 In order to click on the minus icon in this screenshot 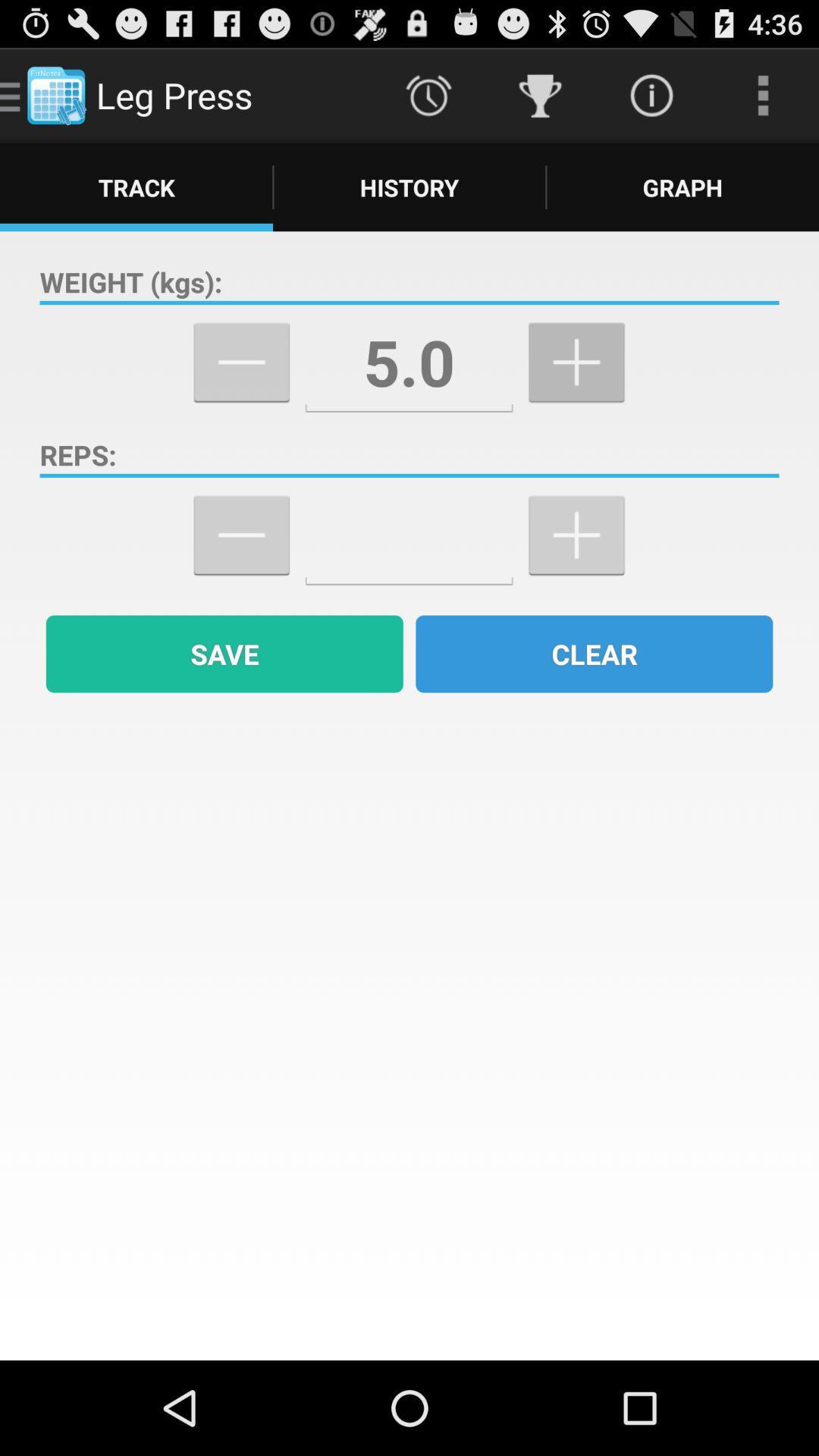, I will do `click(240, 388)`.